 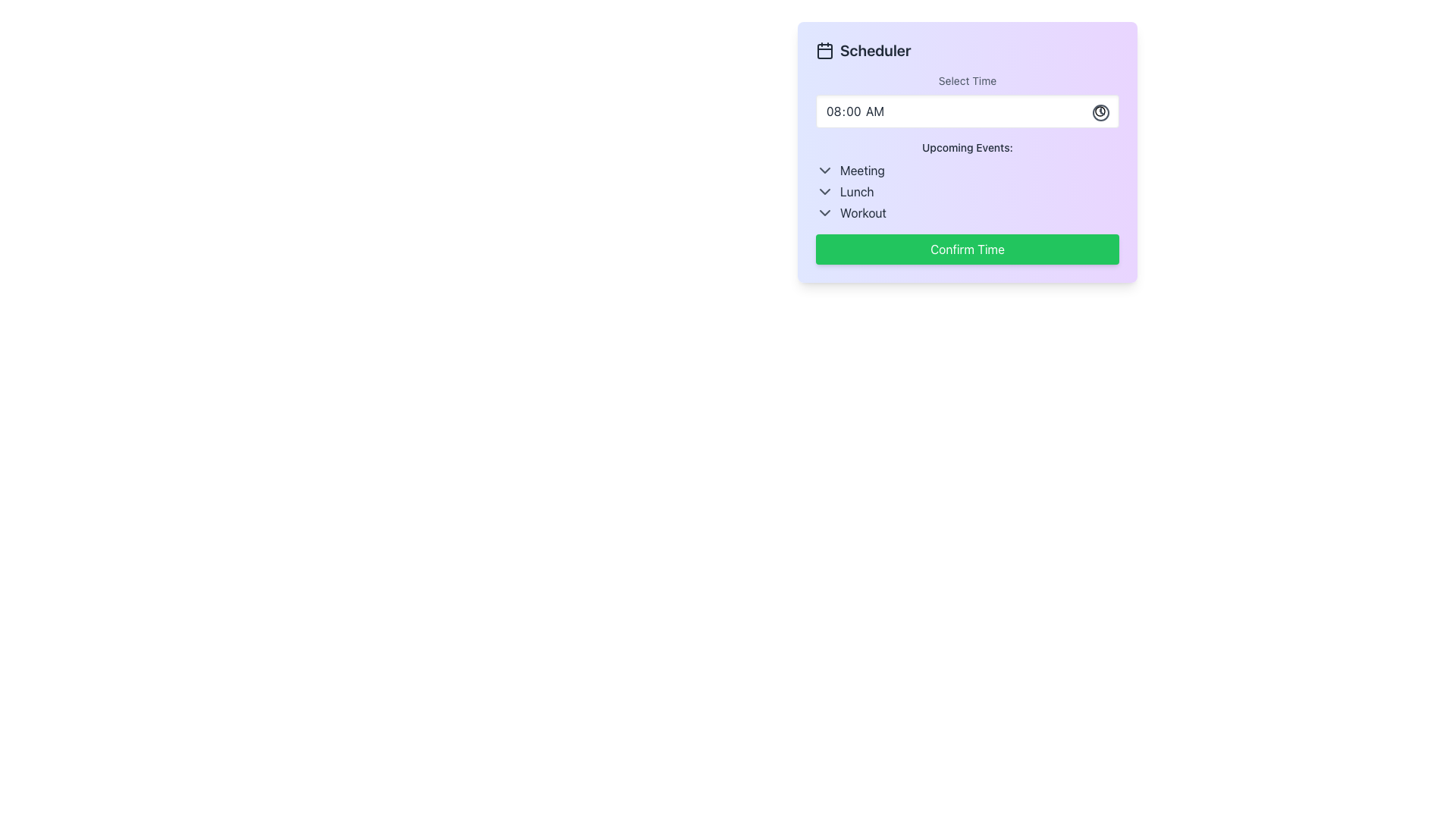 What do you see at coordinates (1100, 112) in the screenshot?
I see `the clock icon, which is a circular icon with clock hands, styled with a thin black outline and gray color, located within the right side of the input field labeled '08:00 AM'` at bounding box center [1100, 112].